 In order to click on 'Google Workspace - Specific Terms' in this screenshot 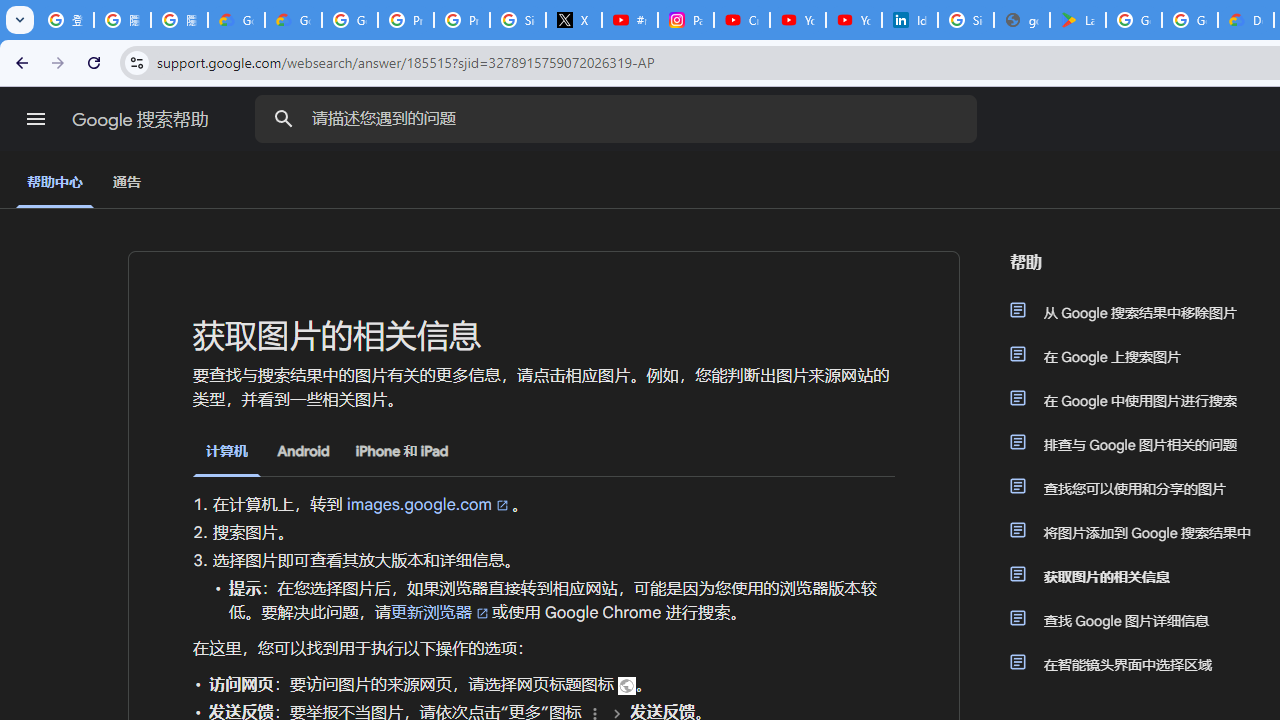, I will do `click(1190, 20)`.